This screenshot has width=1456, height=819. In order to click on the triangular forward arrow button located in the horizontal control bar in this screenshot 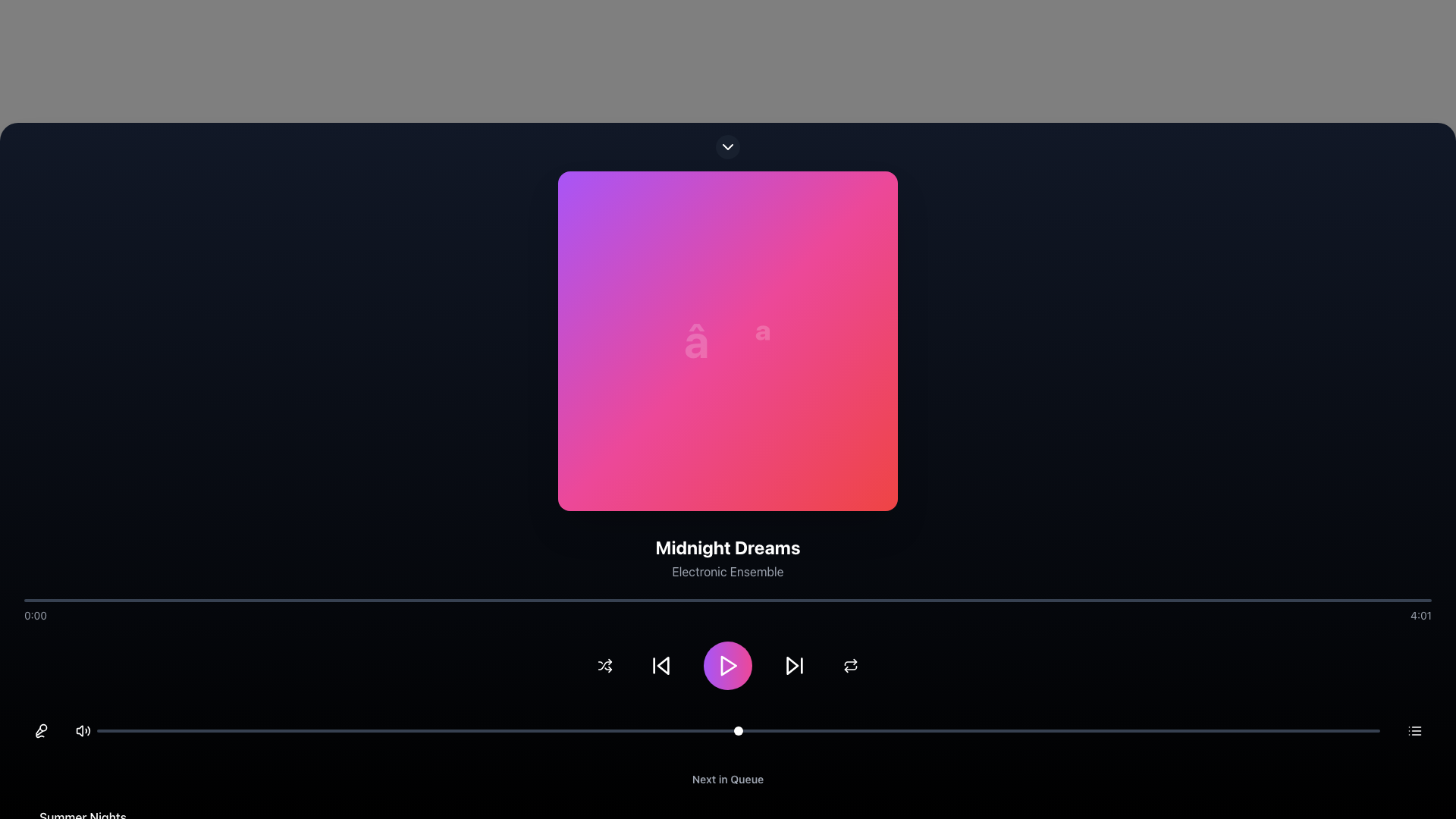, I will do `click(792, 665)`.